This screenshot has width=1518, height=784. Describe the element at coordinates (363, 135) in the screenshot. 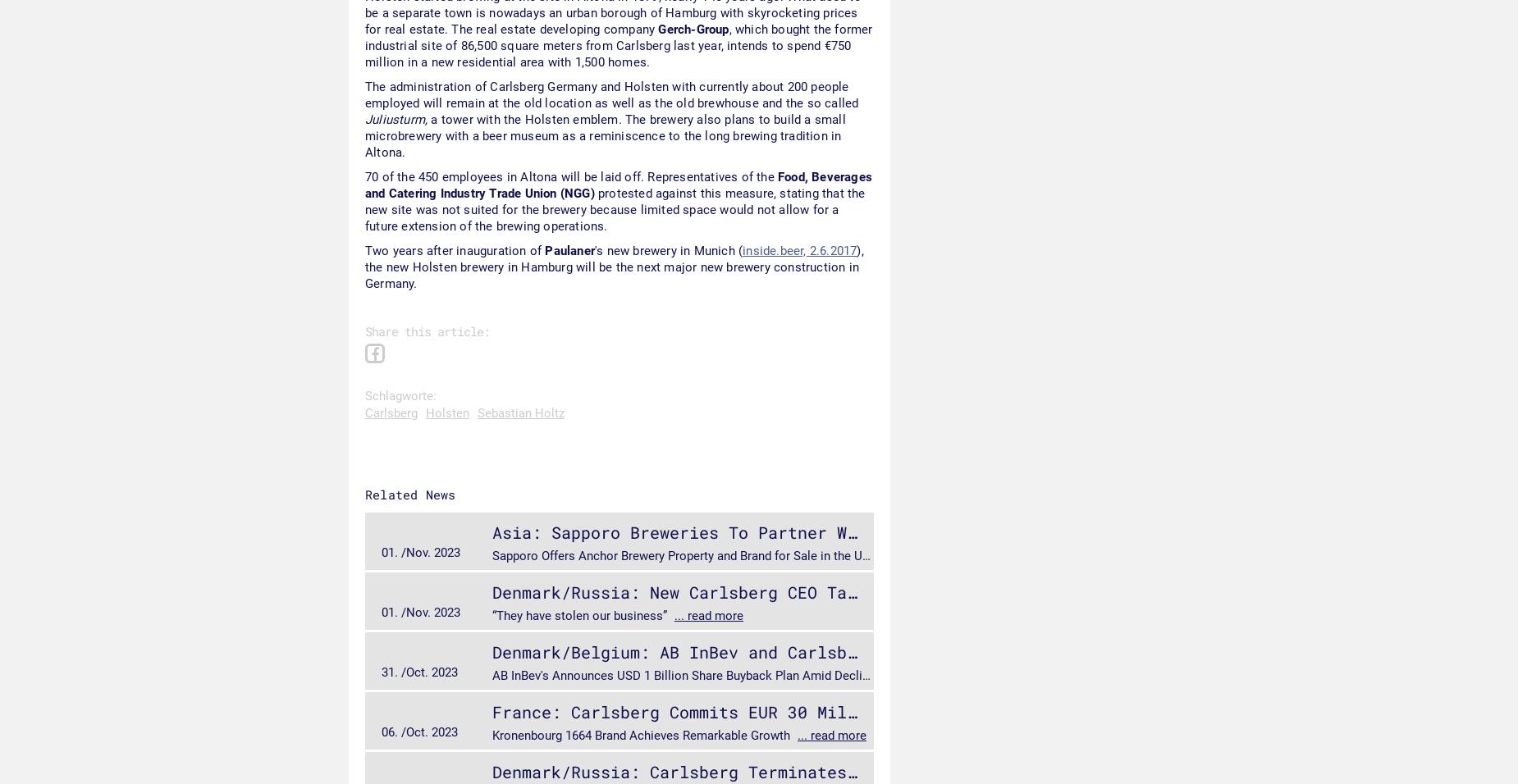

I see `'a tower with the Holsten emblem. The brewery also plans to build a small microbrewery with a beer museum as a reminiscence to the long brewing tradition in Altona.'` at that location.